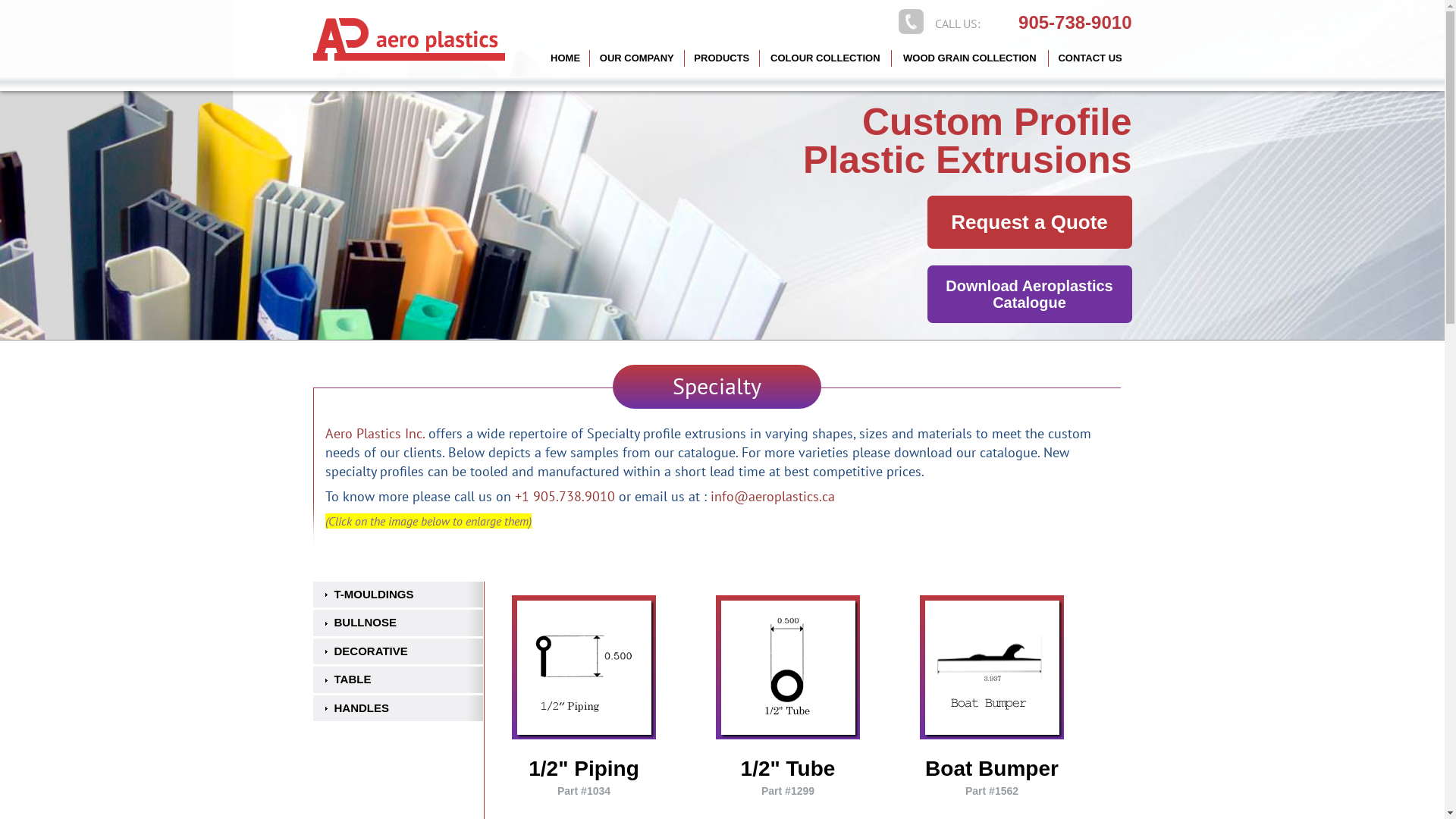 This screenshot has height=819, width=1456. Describe the element at coordinates (564, 58) in the screenshot. I see `'HOME'` at that location.